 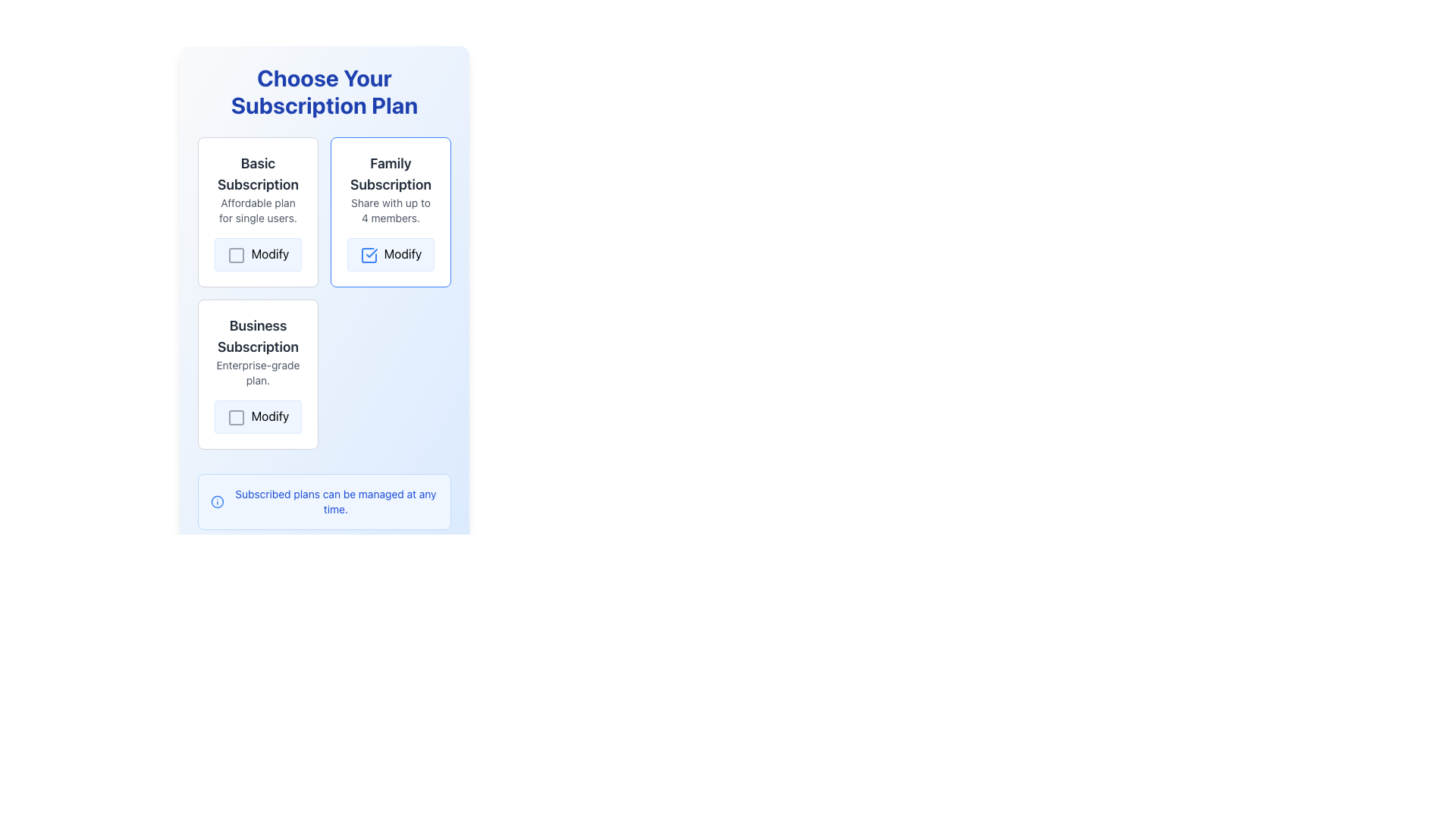 I want to click on the descriptive Text Label for the 'Business Subscription' plan, located in the lower section of its card, between the title and the 'Modify' button, so click(x=258, y=372).